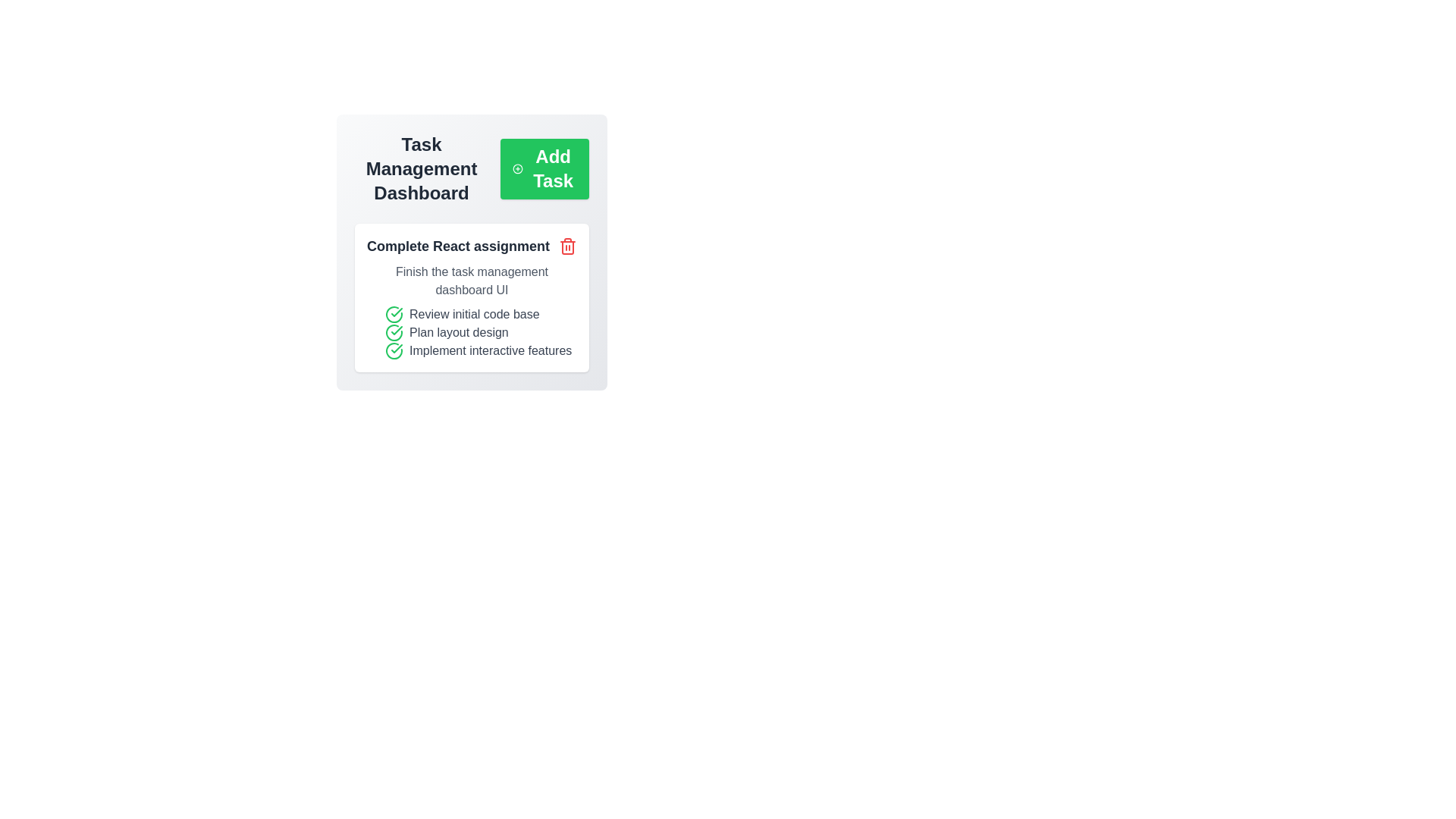  Describe the element at coordinates (394, 350) in the screenshot. I see `the checkmark status icon located to the left of the 'Plan layout design' task in the 'Complete React assignment' section` at that location.